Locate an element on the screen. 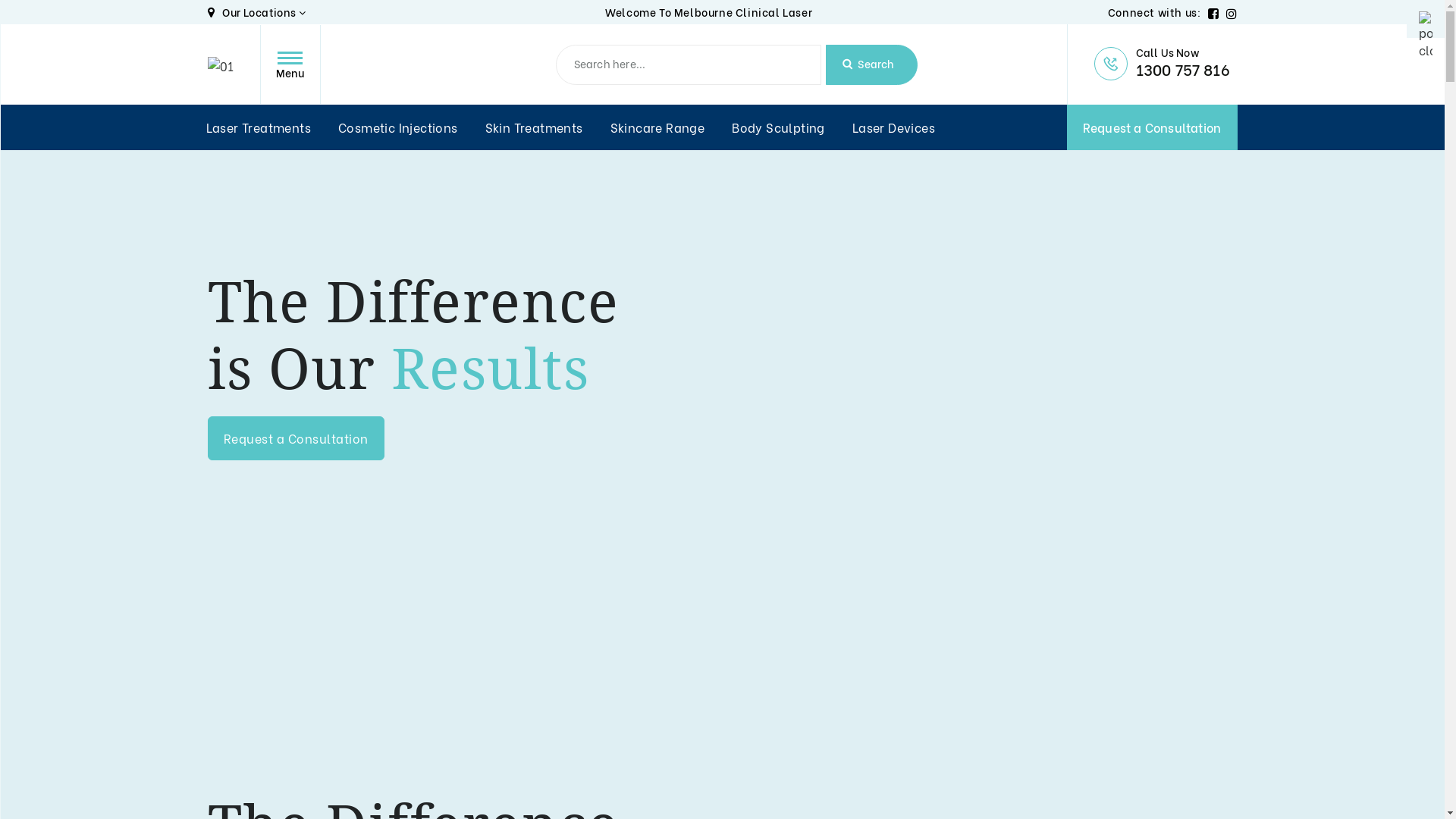 The width and height of the screenshot is (1456, 819). 'Laser Devices' is located at coordinates (852, 127).